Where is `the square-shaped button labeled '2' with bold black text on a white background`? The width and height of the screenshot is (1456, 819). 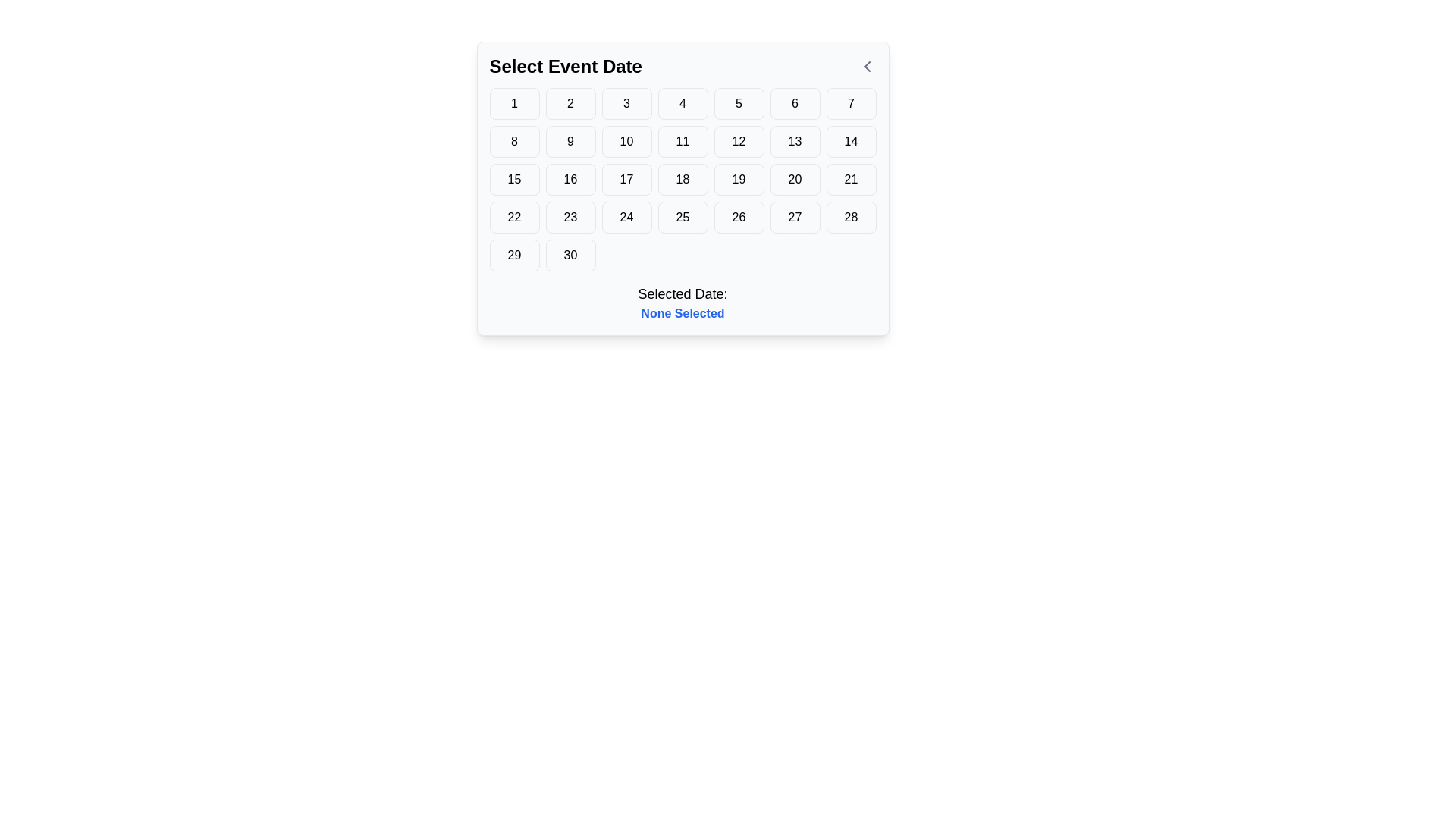
the square-shaped button labeled '2' with bold black text on a white background is located at coordinates (570, 103).